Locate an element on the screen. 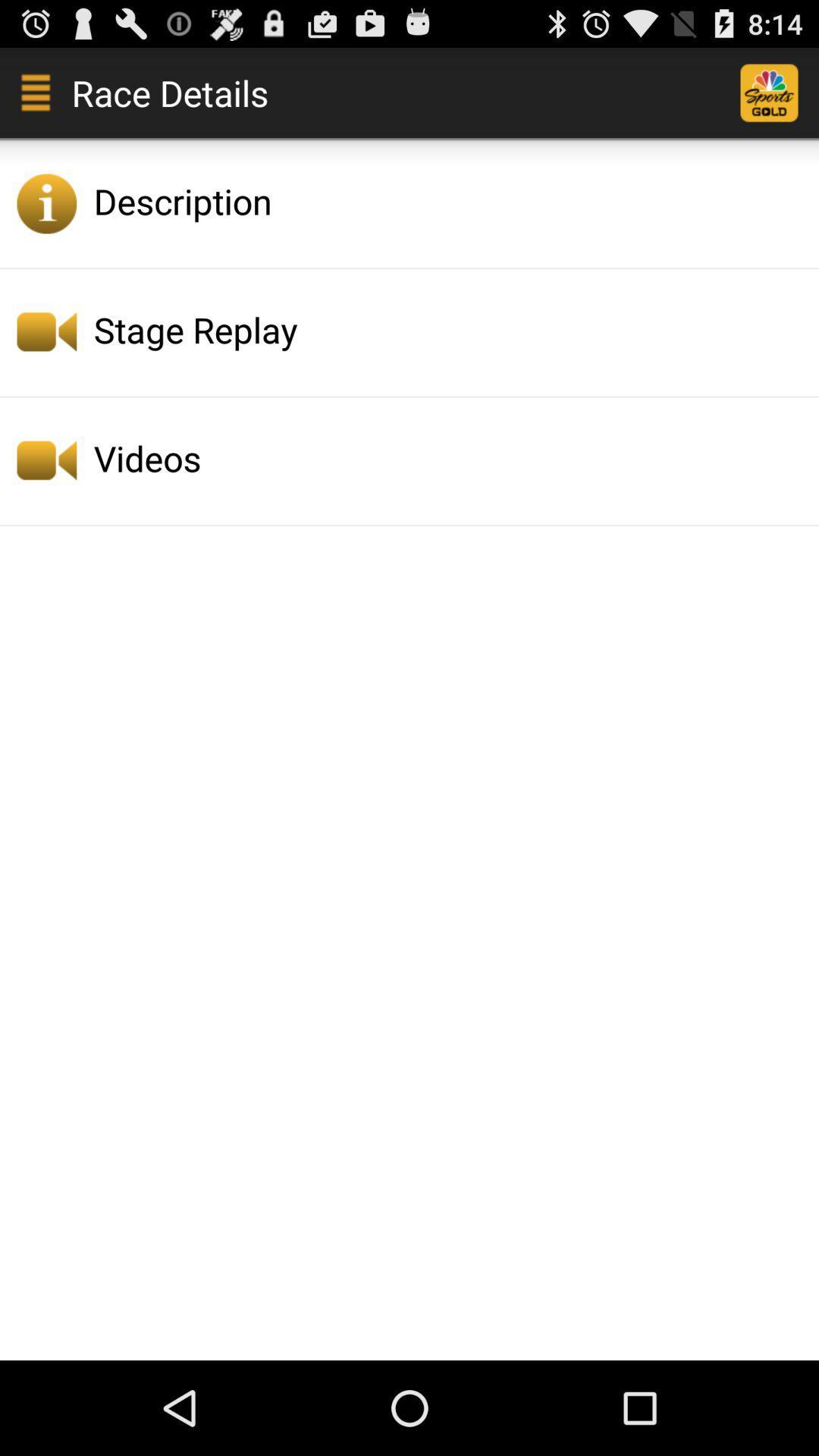 The image size is (819, 1456). icon above stage replay is located at coordinates (451, 200).